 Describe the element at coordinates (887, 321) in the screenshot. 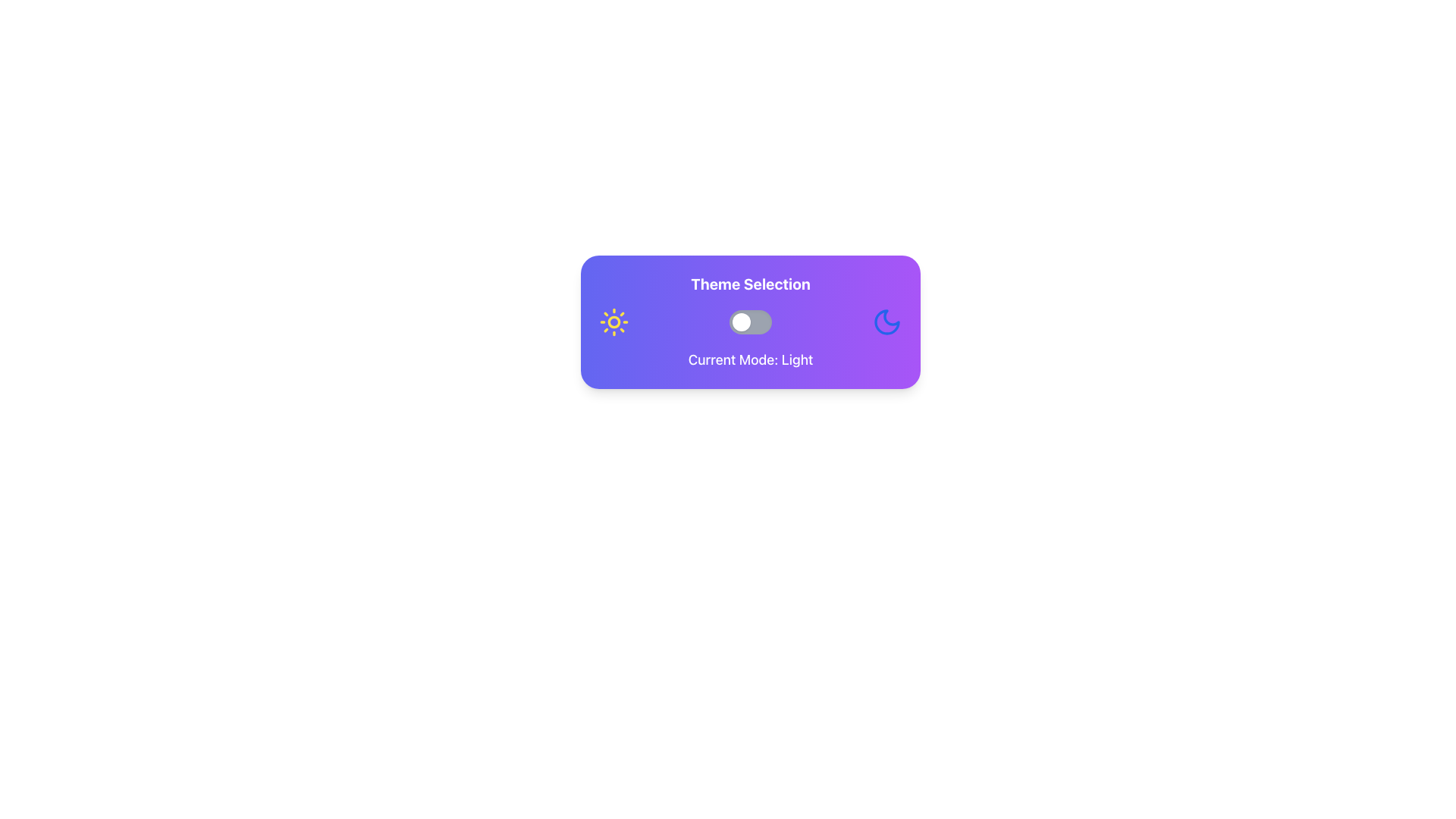

I see `the dark mode SVG icon located at the far right of the theme selection panel` at that location.